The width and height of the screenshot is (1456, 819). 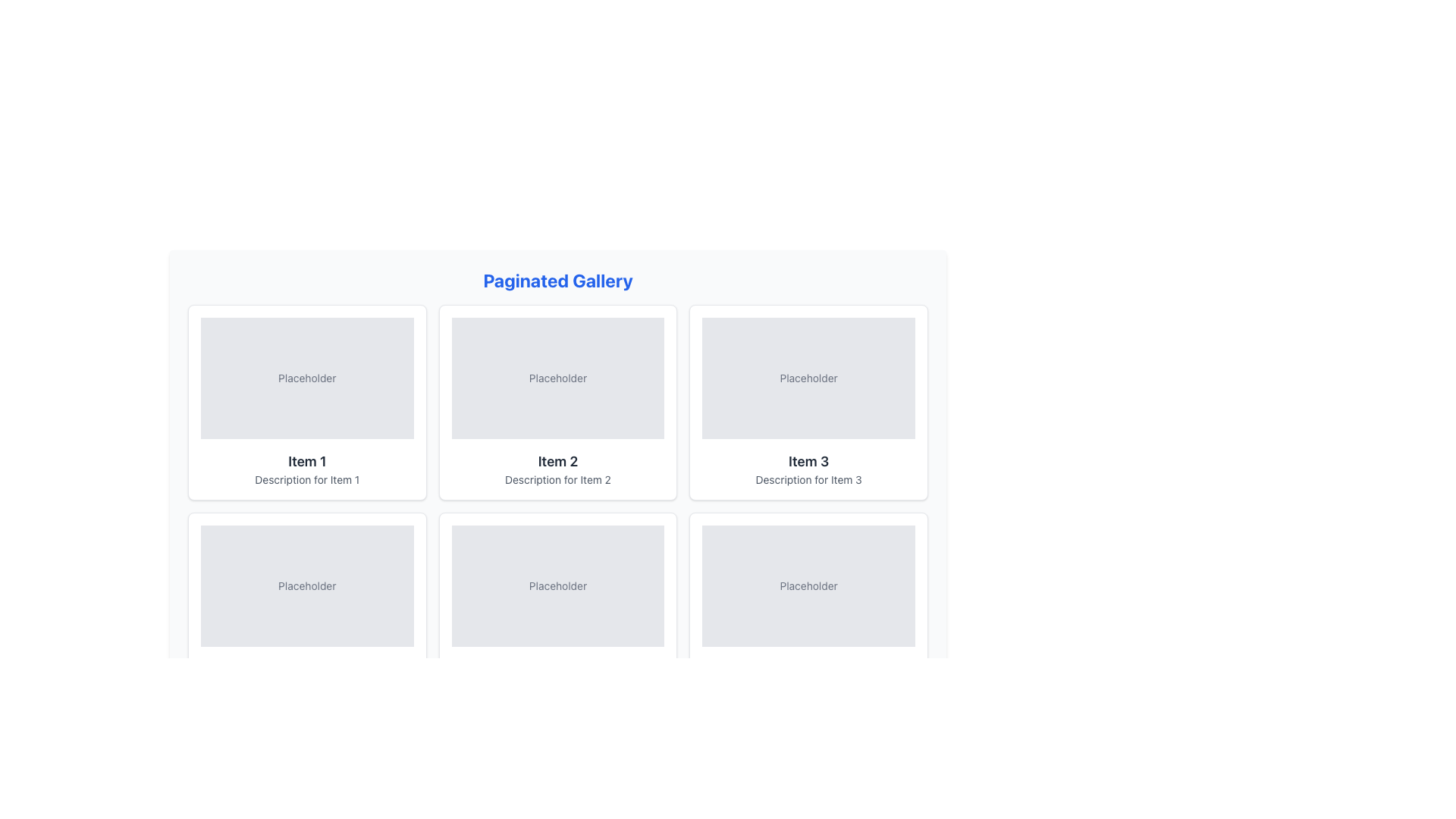 What do you see at coordinates (808, 402) in the screenshot?
I see `the third card in the grid layout` at bounding box center [808, 402].